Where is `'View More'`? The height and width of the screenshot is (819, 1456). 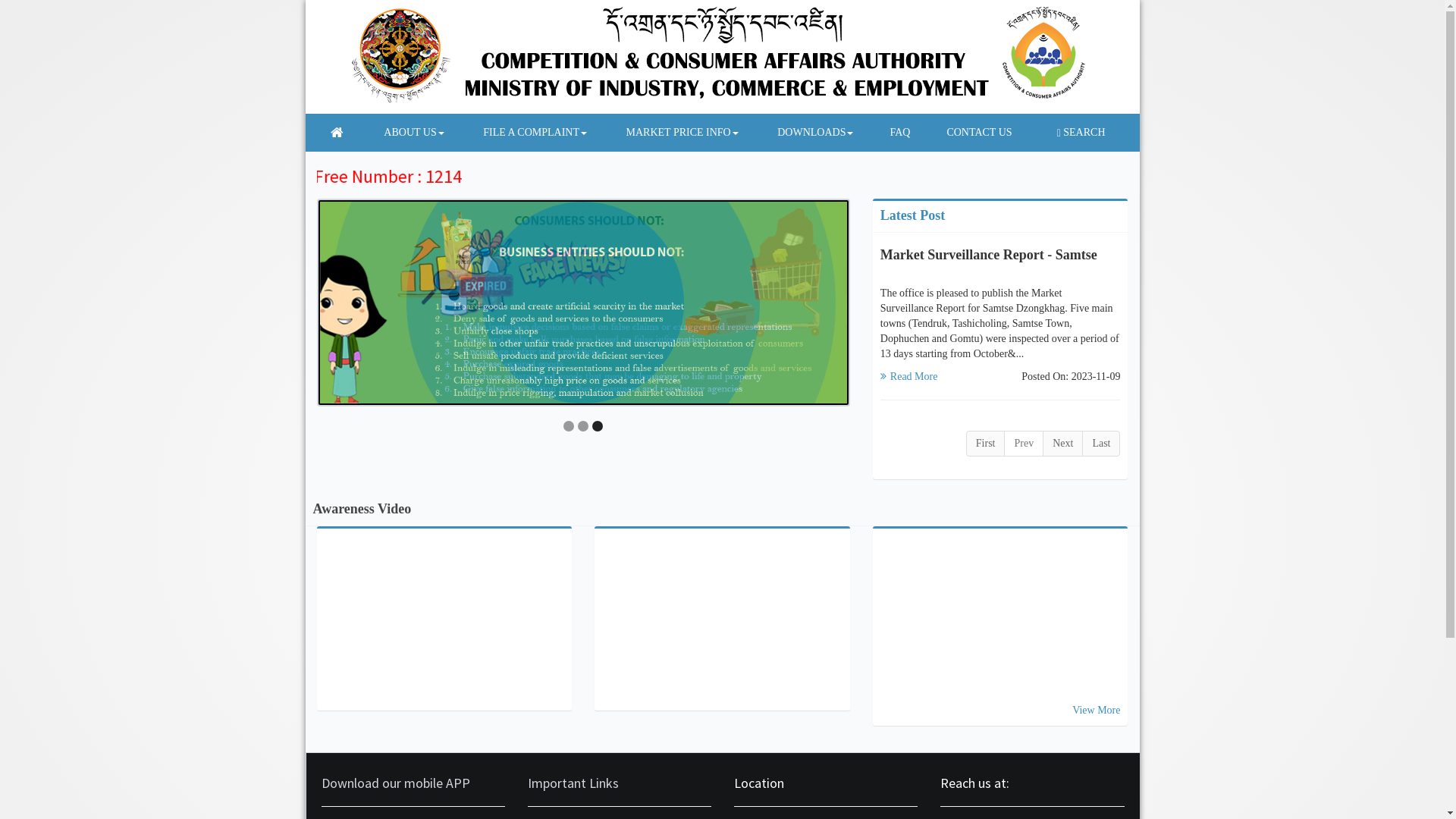 'View More' is located at coordinates (1096, 710).